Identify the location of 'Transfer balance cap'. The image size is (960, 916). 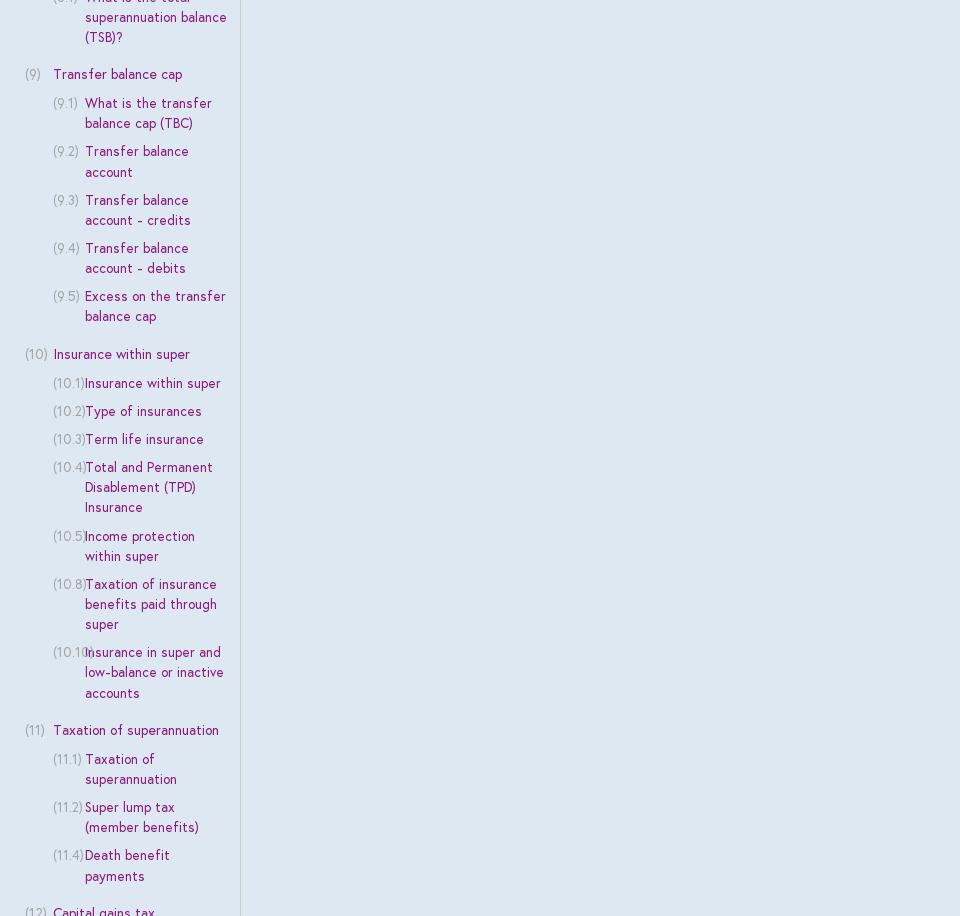
(116, 73).